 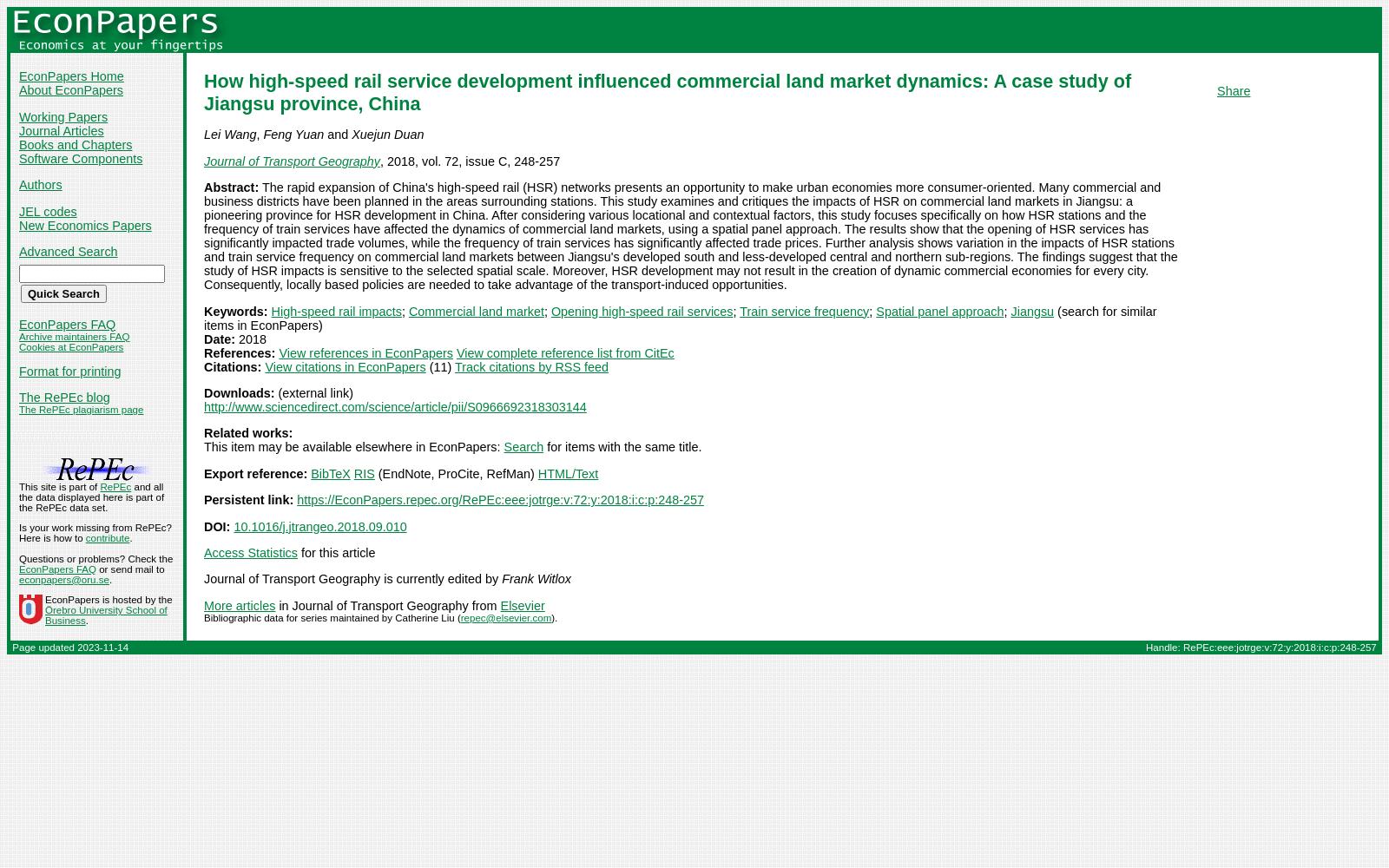 I want to click on 'Page updated 2023-11-14', so click(x=69, y=647).